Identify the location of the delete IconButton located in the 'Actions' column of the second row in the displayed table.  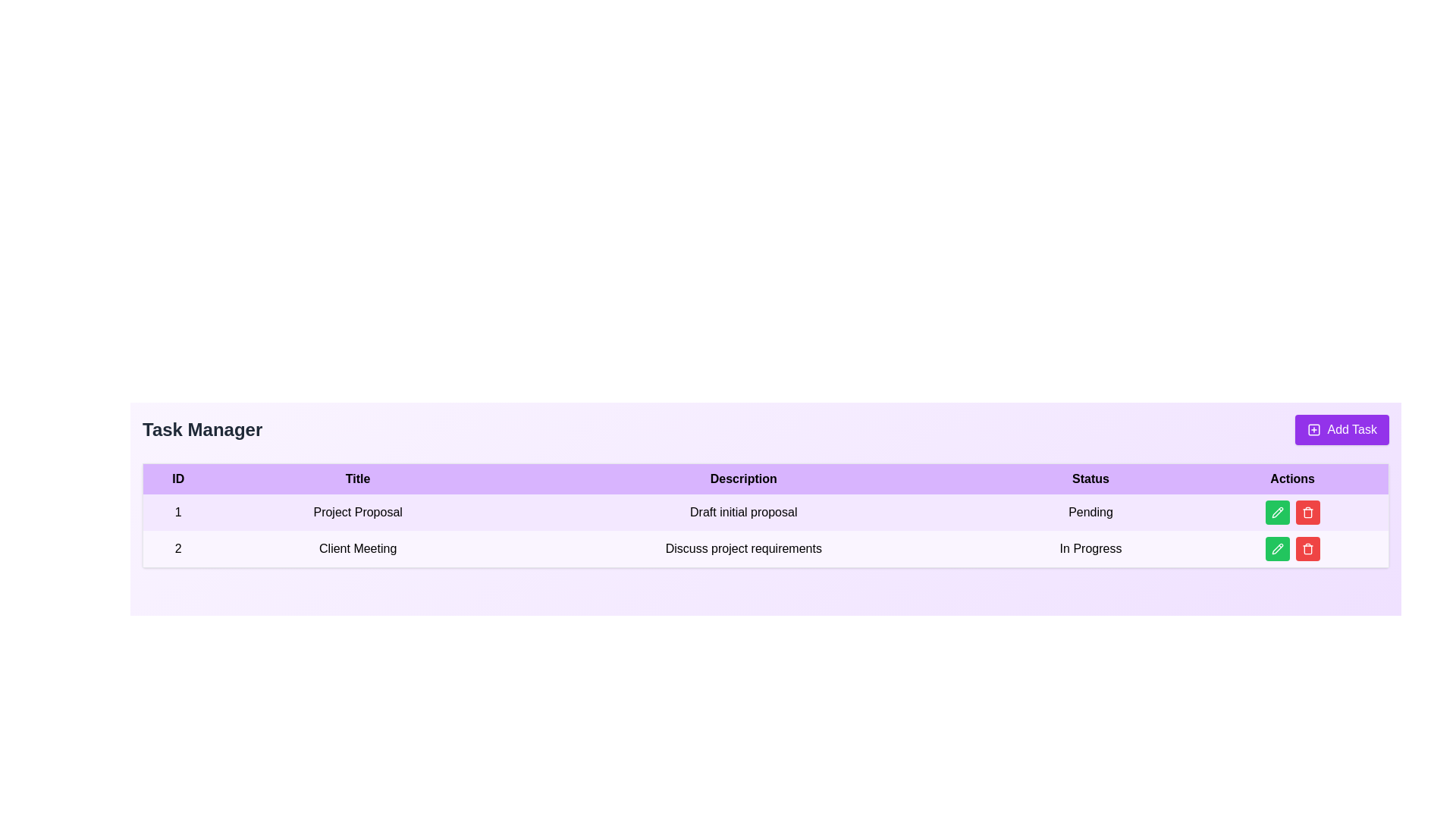
(1307, 512).